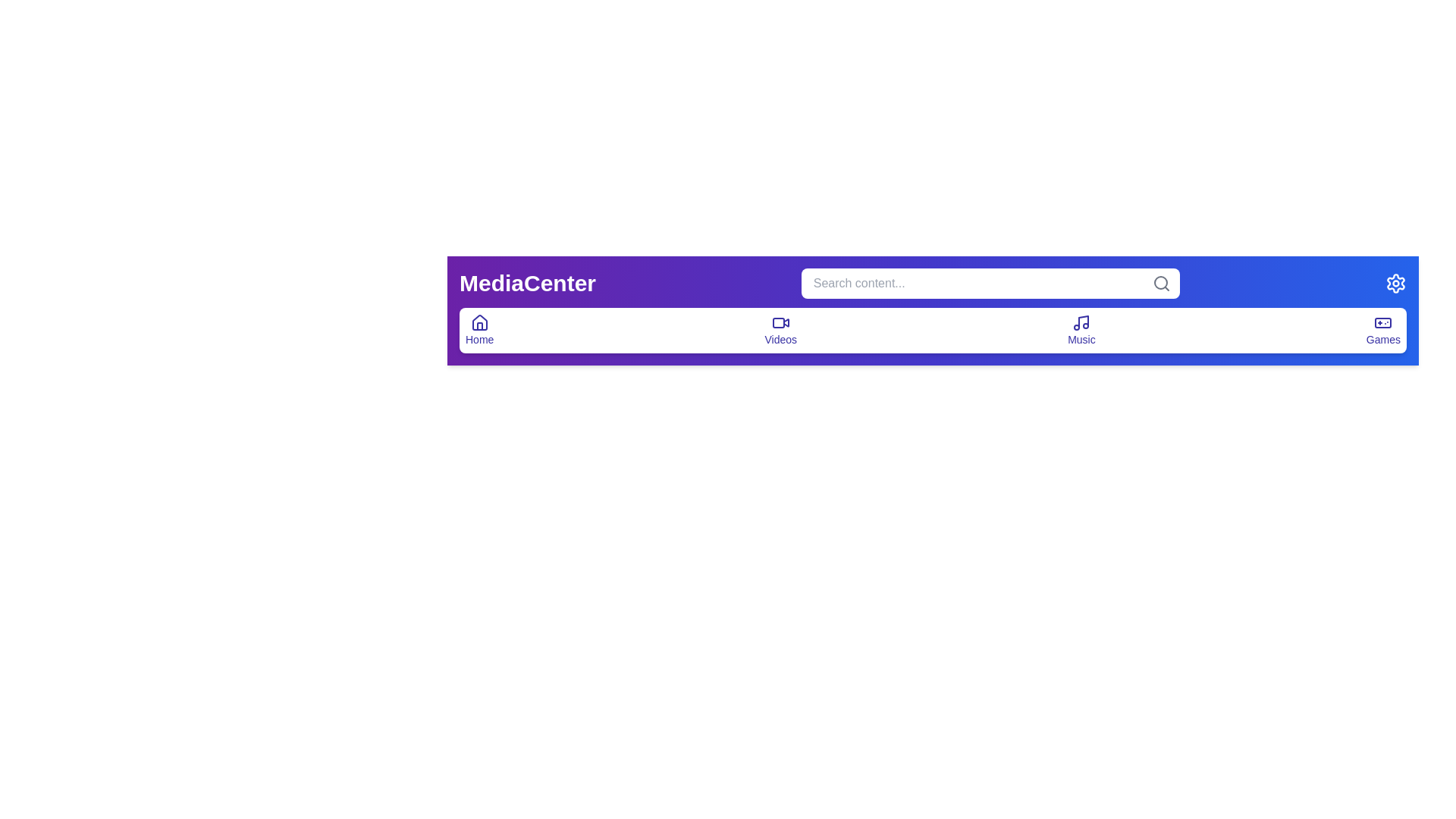 The width and height of the screenshot is (1456, 819). I want to click on the settings icon to open the settings, so click(1395, 284).